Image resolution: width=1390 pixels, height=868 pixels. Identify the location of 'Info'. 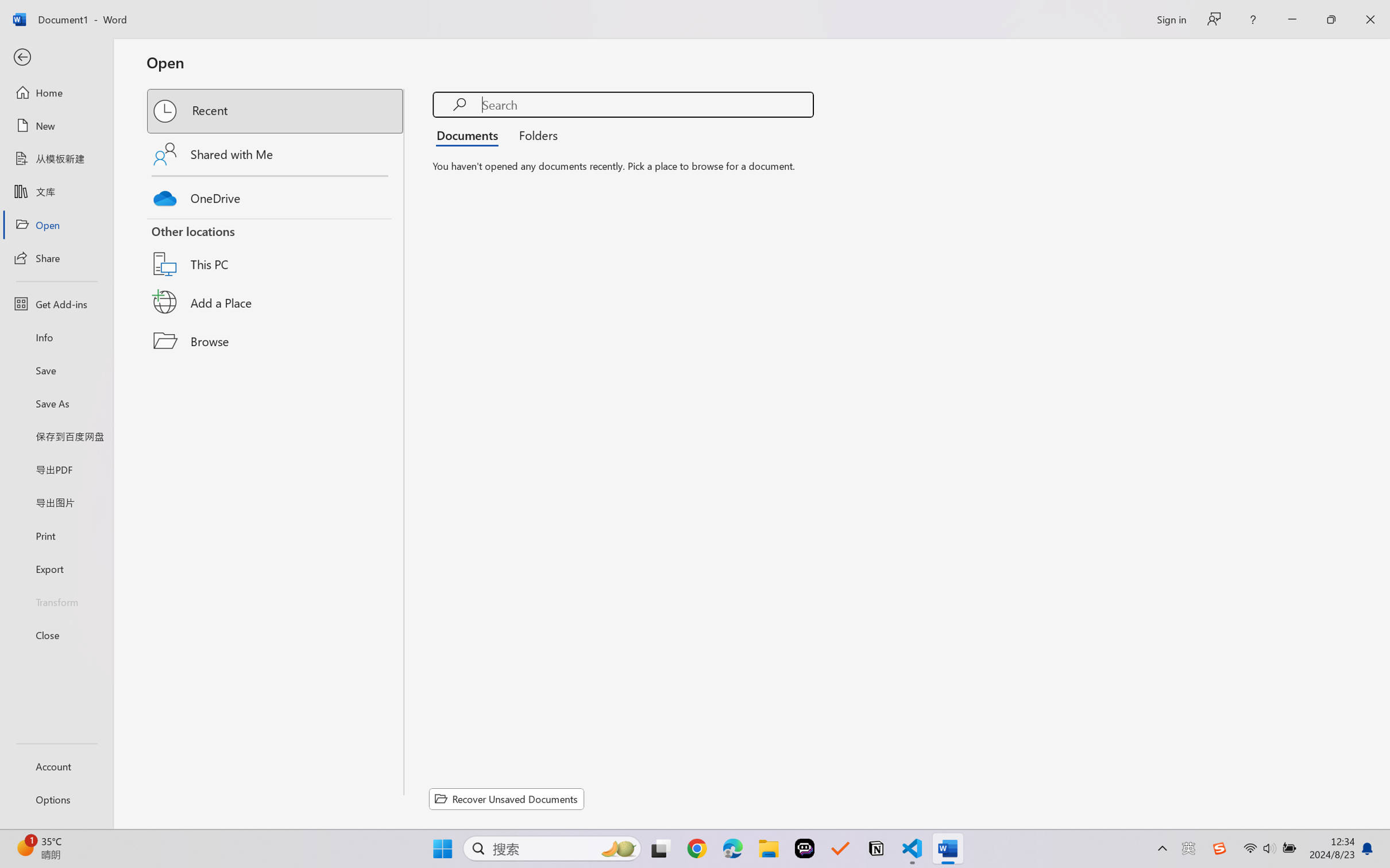
(56, 336).